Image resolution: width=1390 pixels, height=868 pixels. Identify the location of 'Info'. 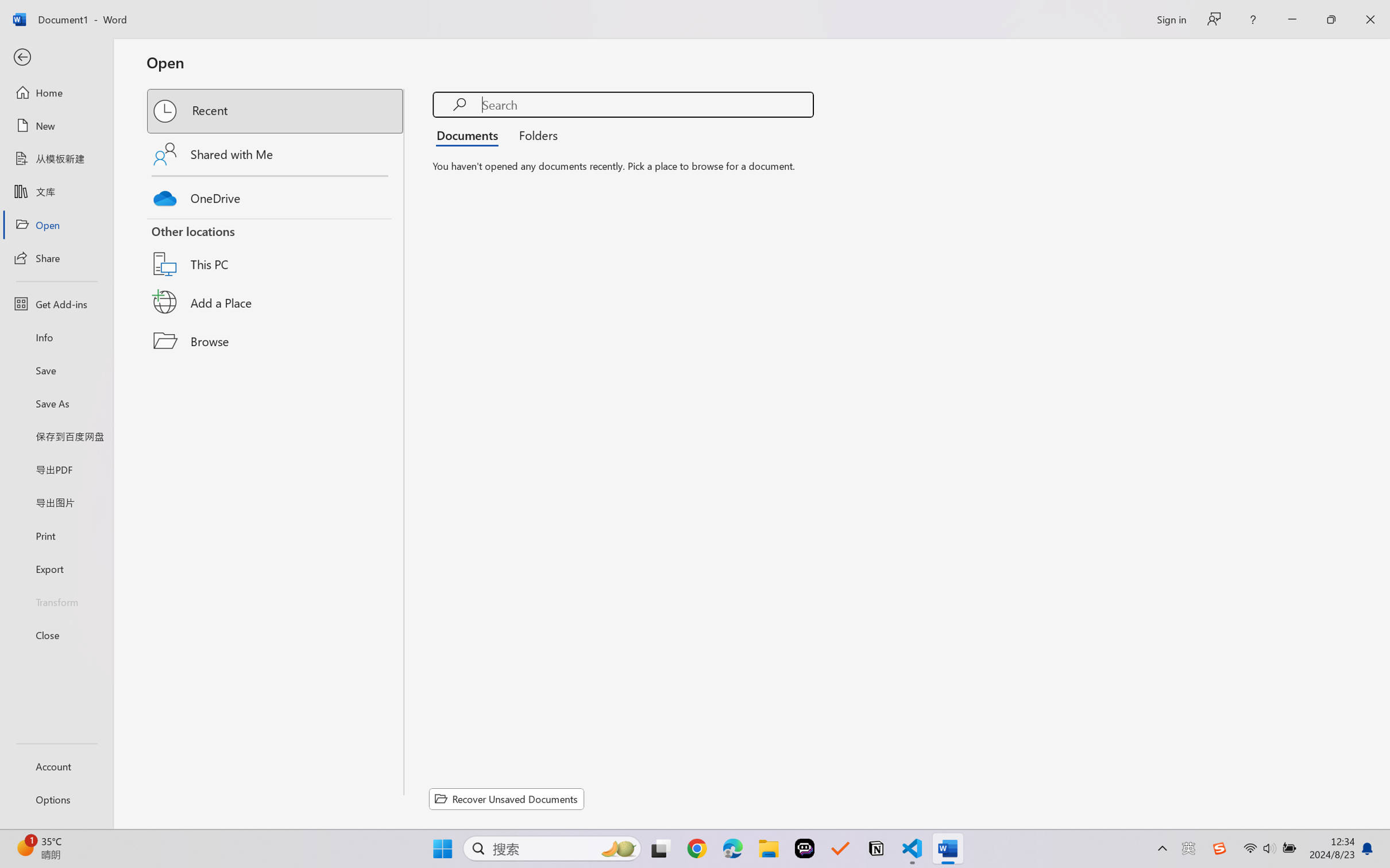
(56, 336).